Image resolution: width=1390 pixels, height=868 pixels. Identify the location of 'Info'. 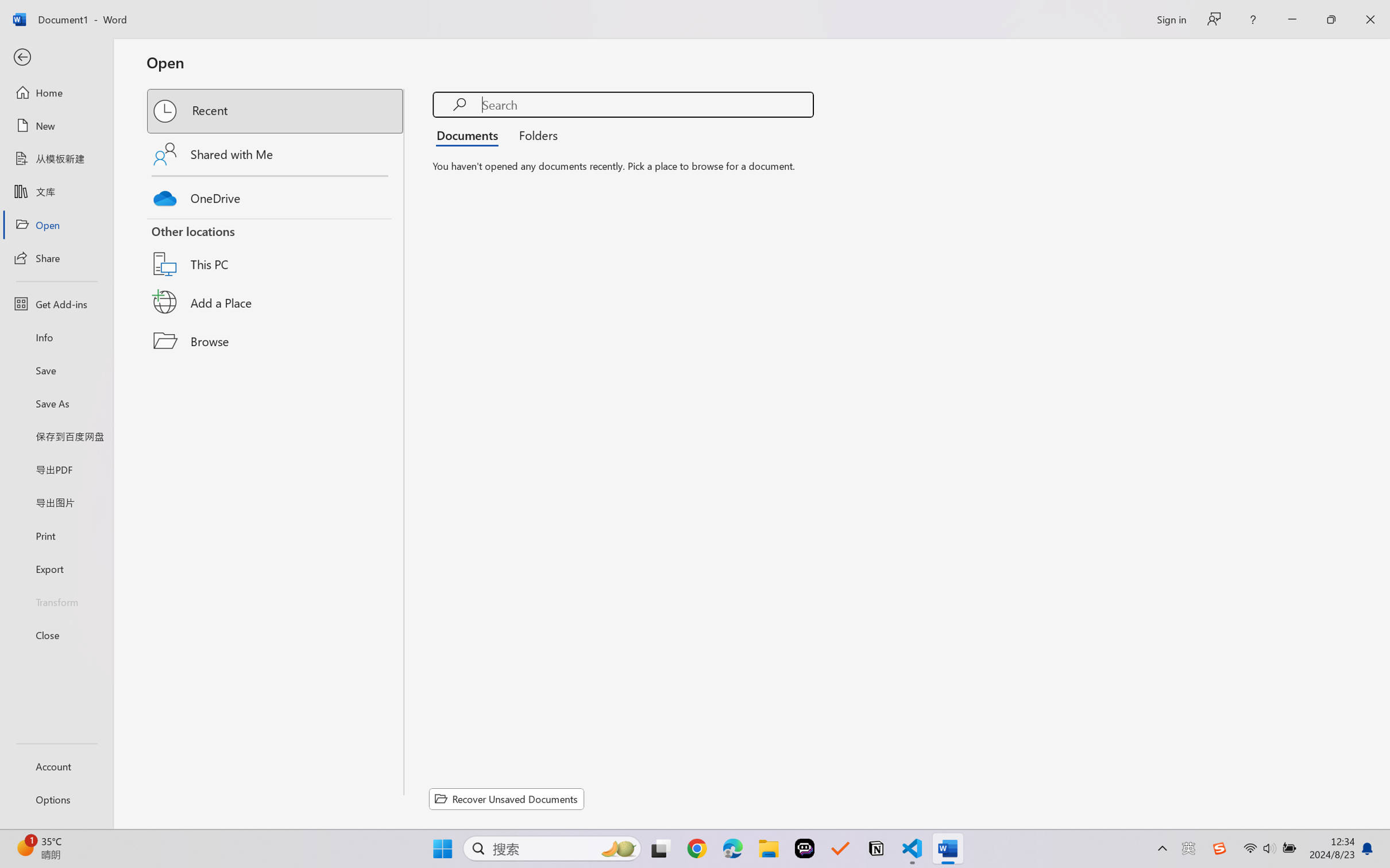
(56, 336).